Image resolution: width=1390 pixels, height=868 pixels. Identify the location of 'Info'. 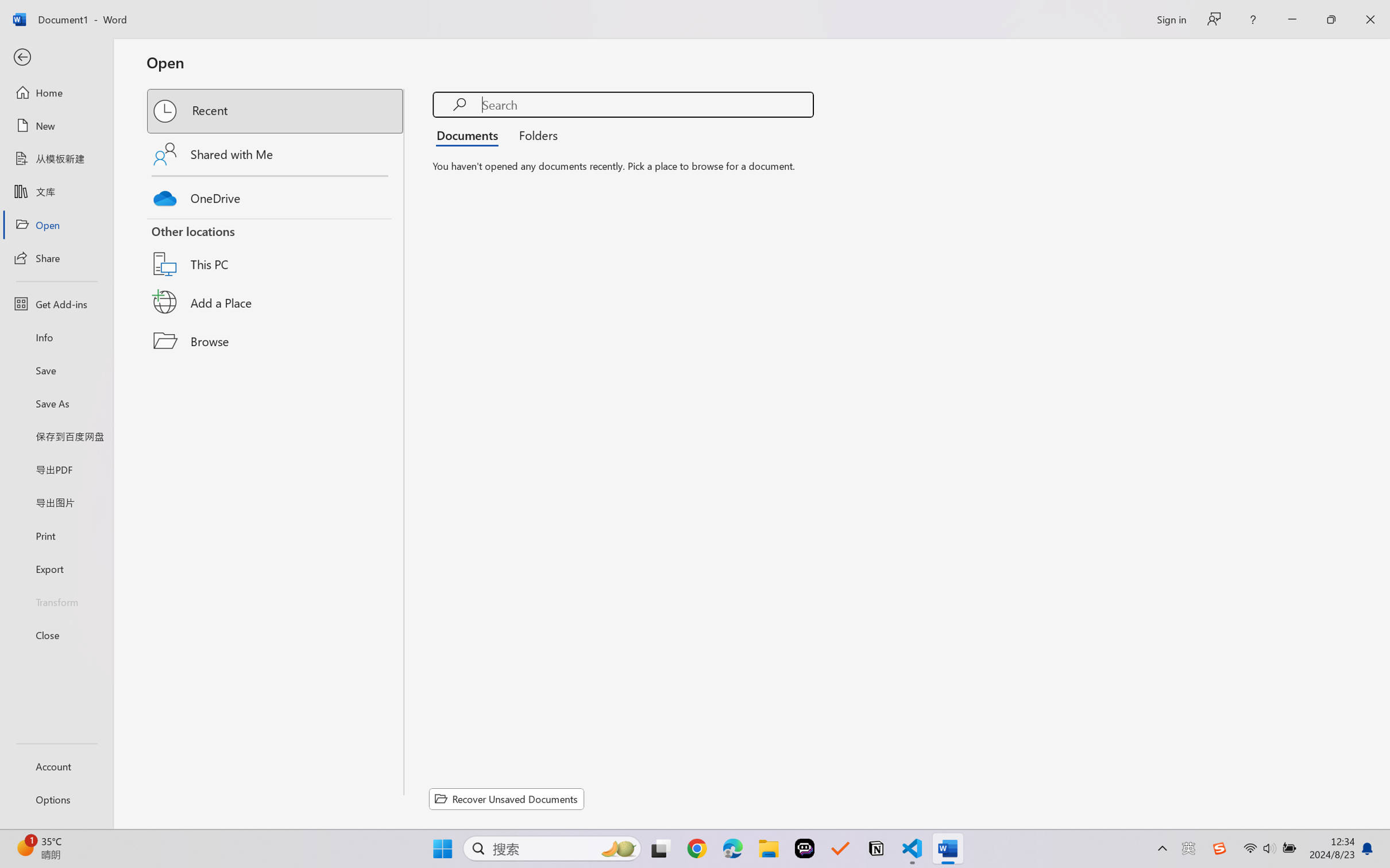
(56, 336).